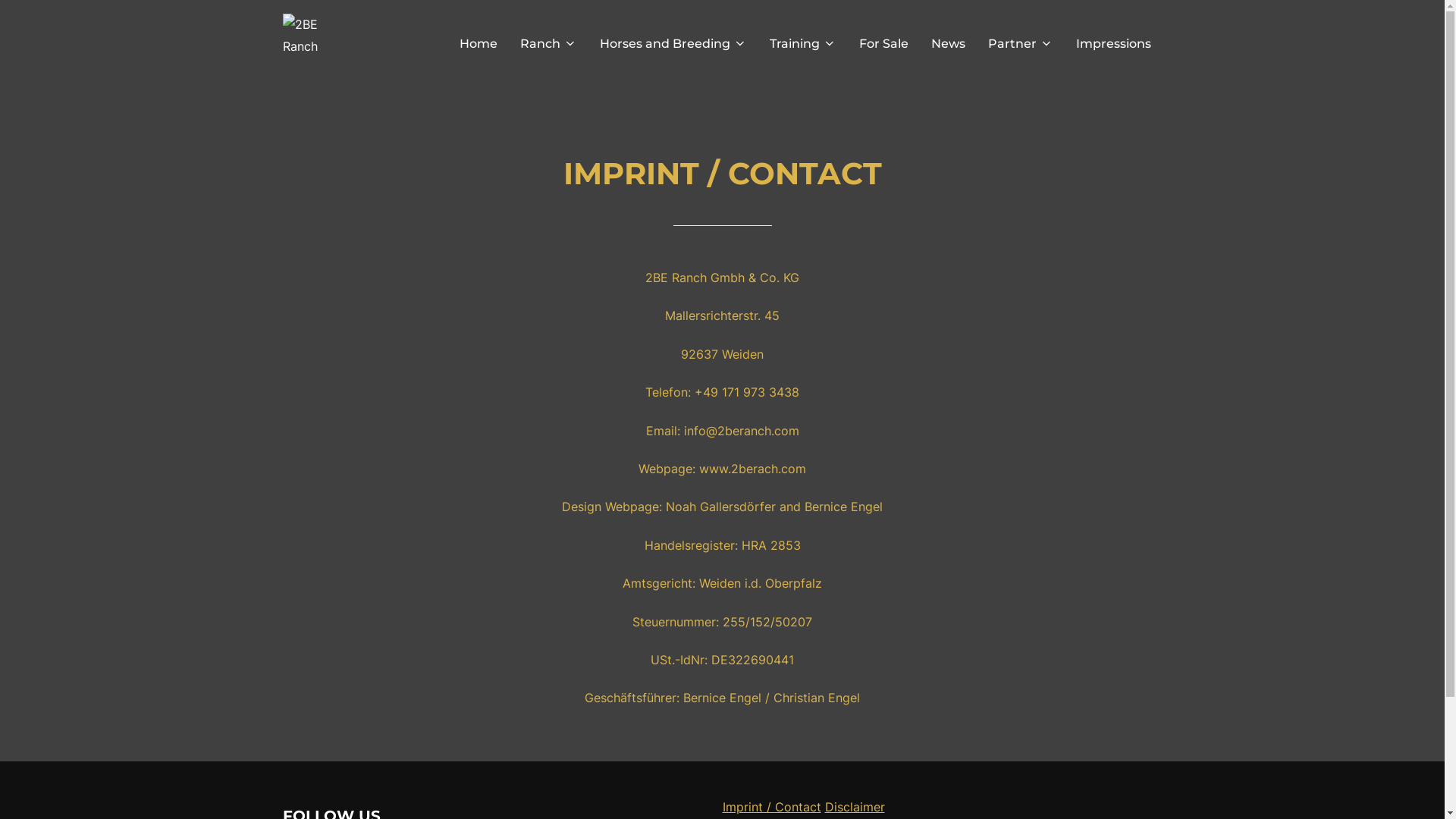 Image resolution: width=1456 pixels, height=819 pixels. What do you see at coordinates (548, 42) in the screenshot?
I see `'Ranch'` at bounding box center [548, 42].